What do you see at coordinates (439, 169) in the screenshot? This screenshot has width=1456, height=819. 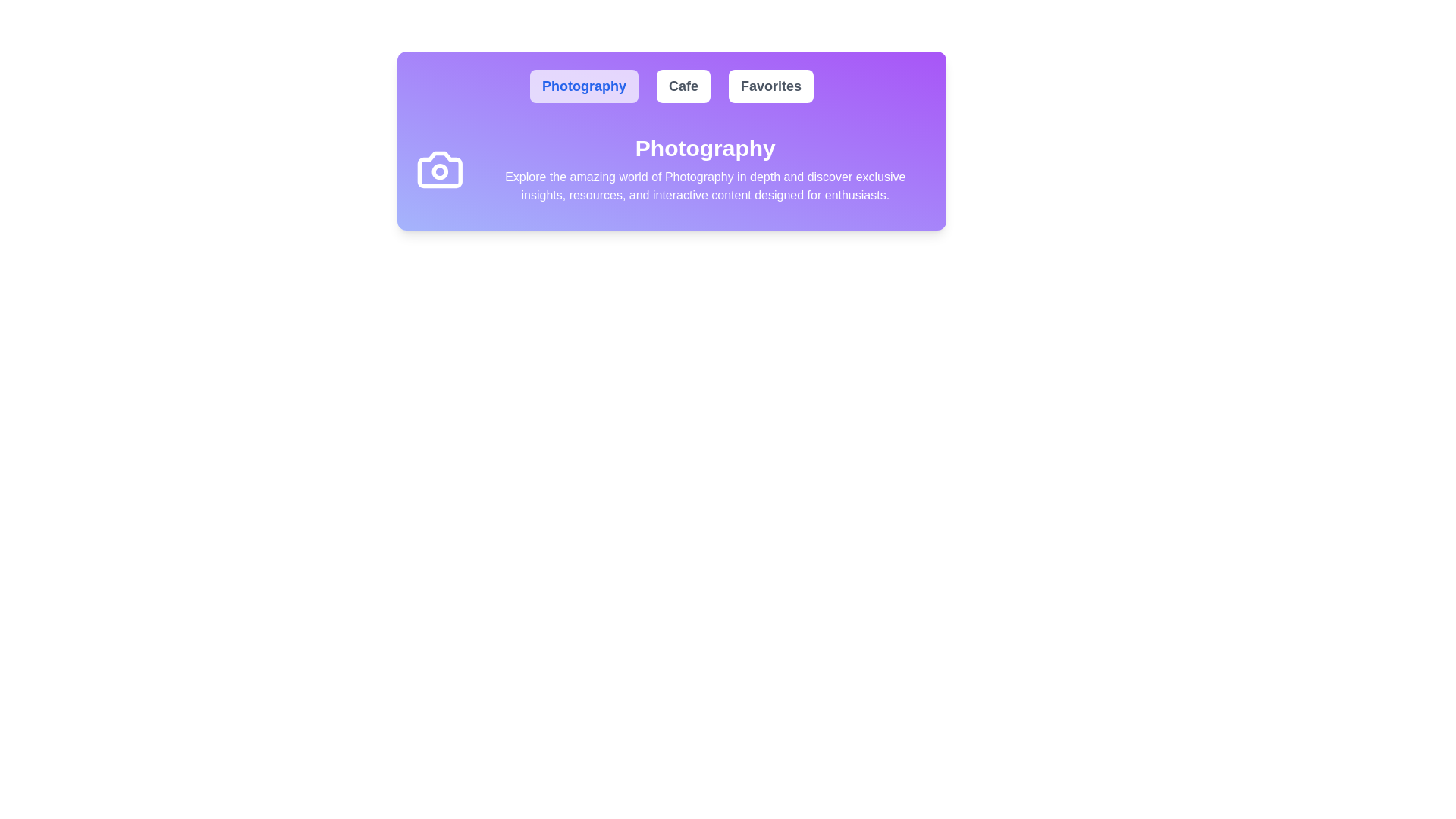 I see `the photography icon located to the left of the 'Photography' heading` at bounding box center [439, 169].